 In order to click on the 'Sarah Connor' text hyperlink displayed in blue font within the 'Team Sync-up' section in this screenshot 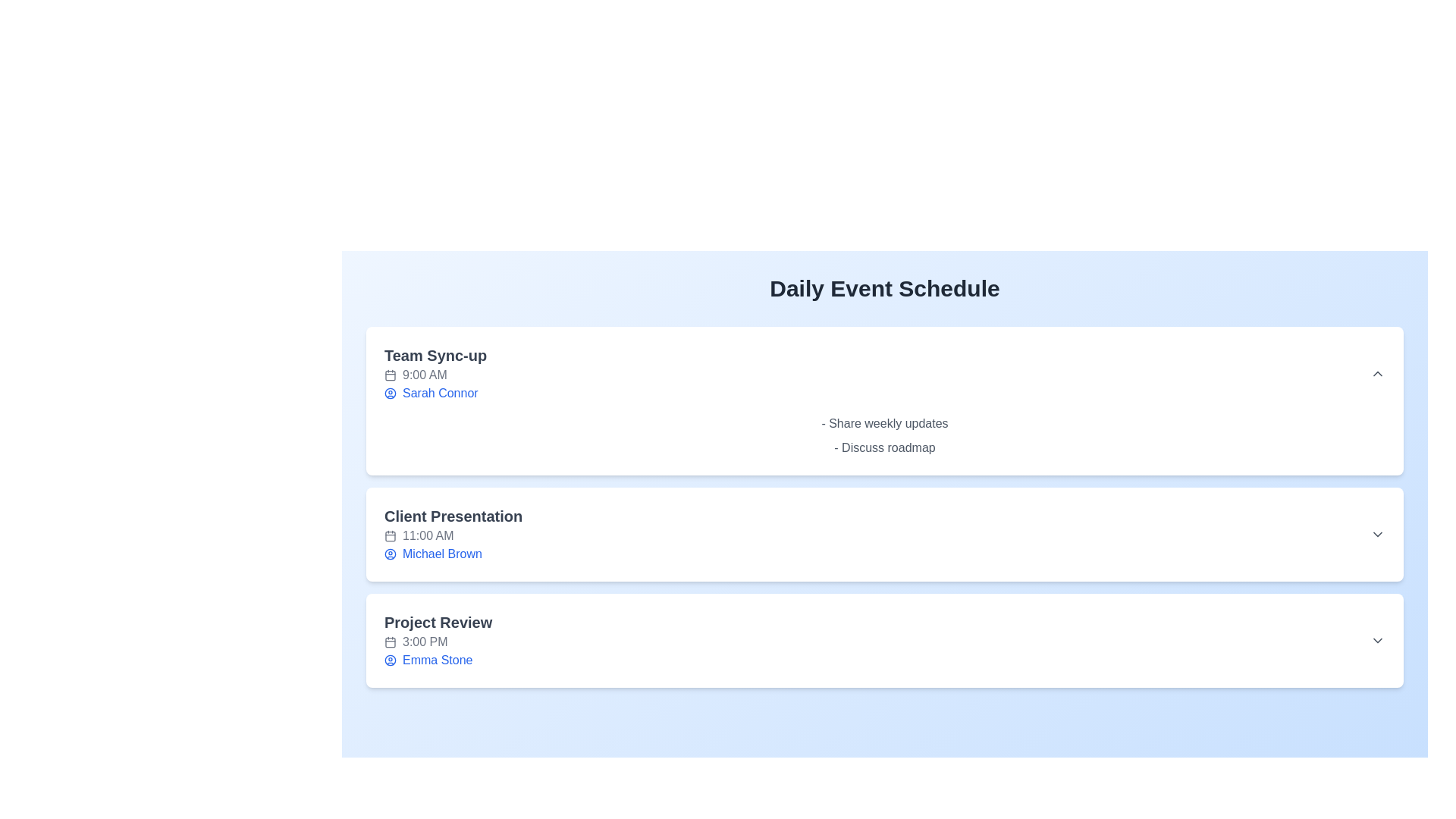, I will do `click(439, 393)`.